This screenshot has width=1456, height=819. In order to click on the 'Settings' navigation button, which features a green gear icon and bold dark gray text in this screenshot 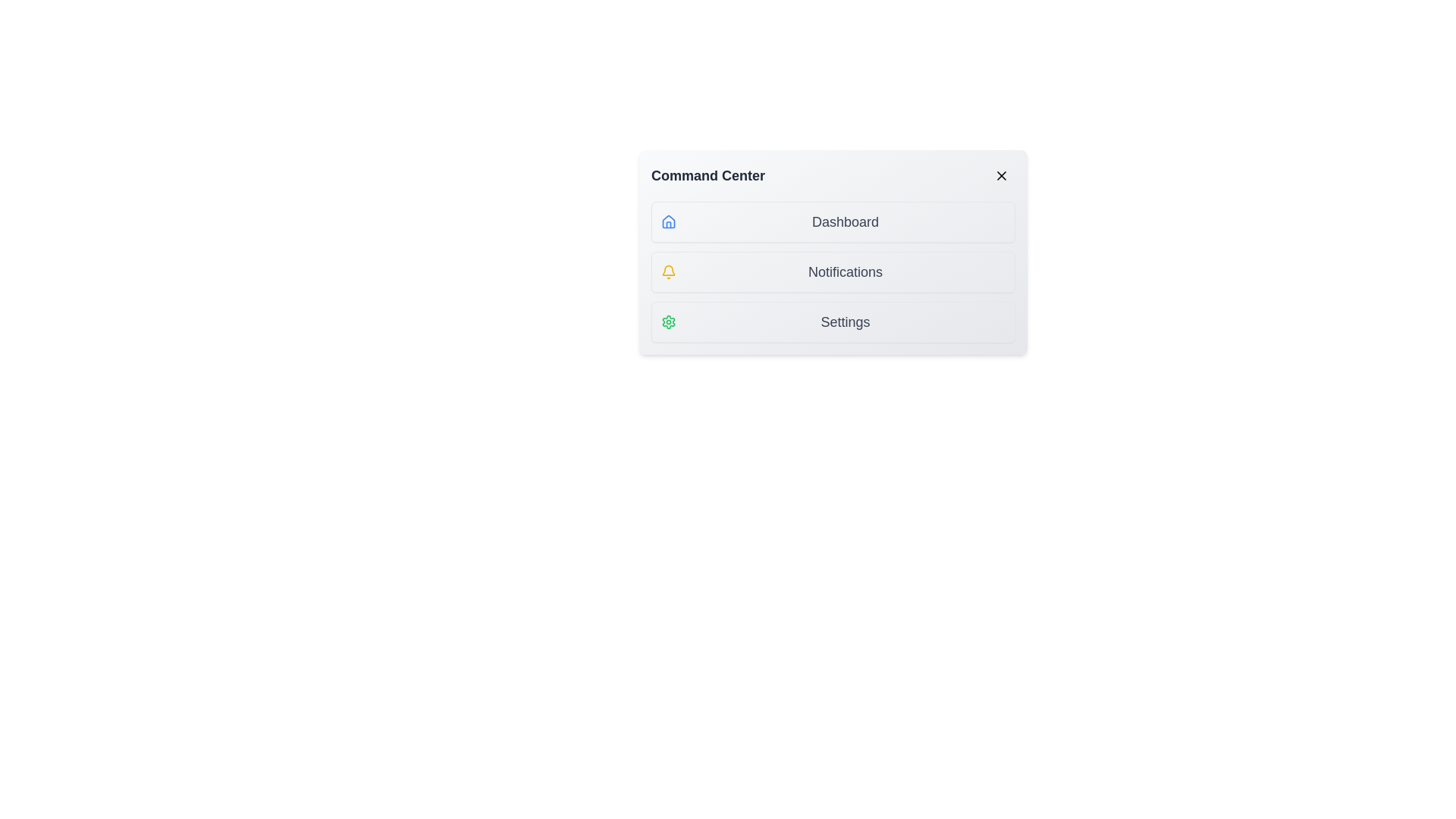, I will do `click(833, 321)`.